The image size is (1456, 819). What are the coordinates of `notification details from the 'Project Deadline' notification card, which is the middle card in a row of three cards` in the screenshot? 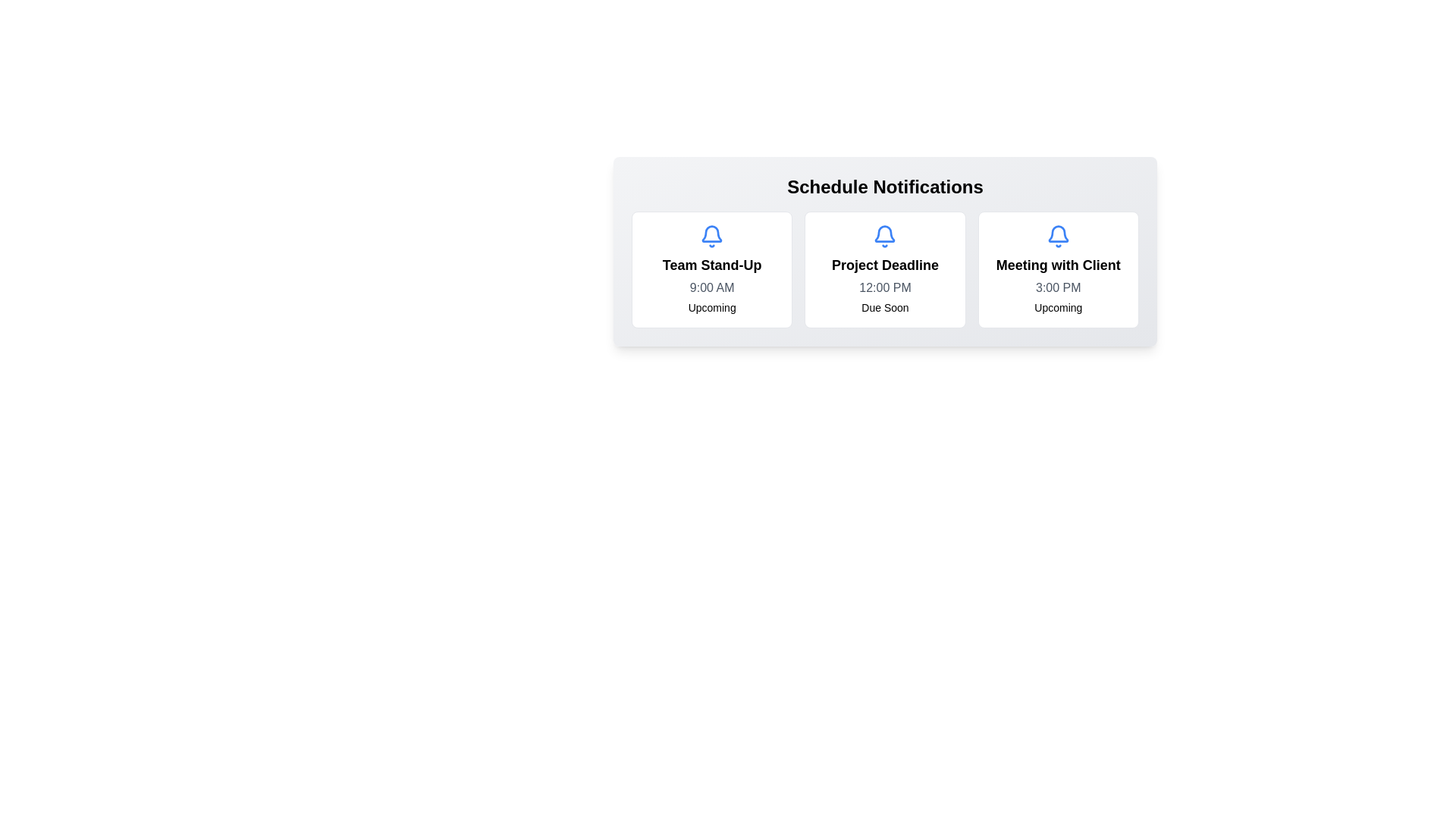 It's located at (885, 268).